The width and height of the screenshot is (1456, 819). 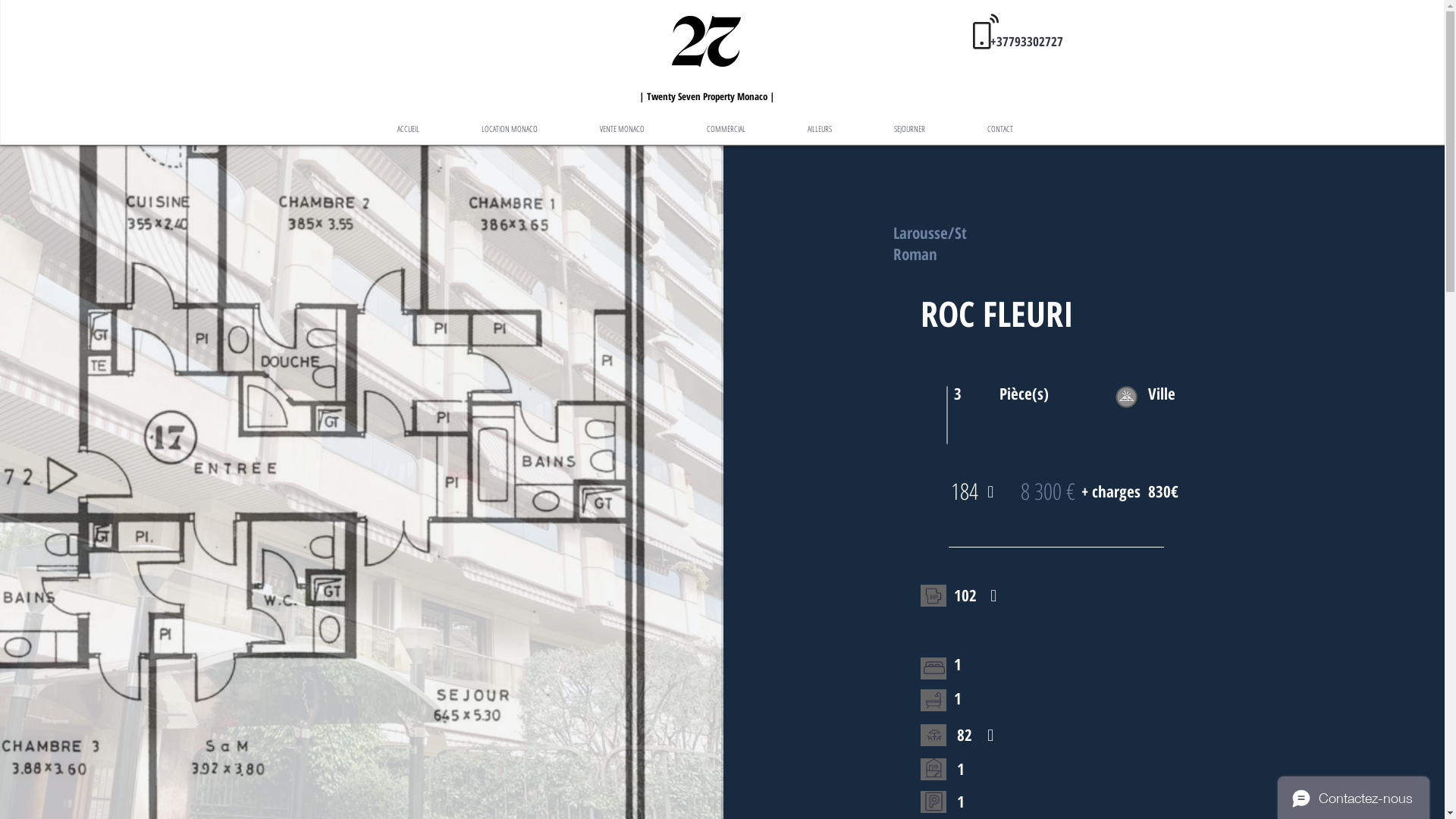 I want to click on 'CONTACT', so click(x=999, y=127).